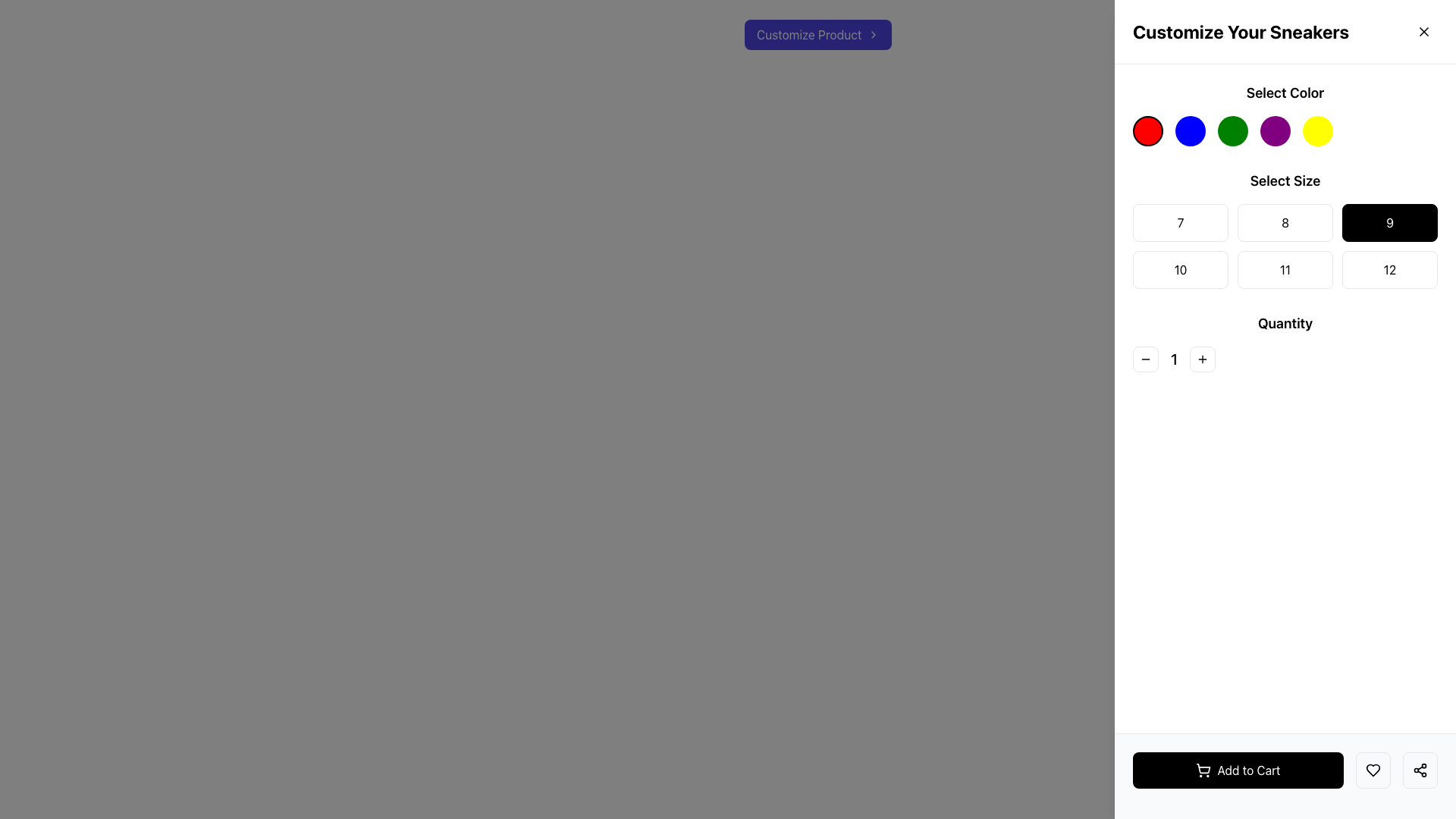 This screenshot has width=1456, height=819. What do you see at coordinates (1238, 770) in the screenshot?
I see `the black 'Add to Cart' button with rounded corners and a shopping cart icon` at bounding box center [1238, 770].